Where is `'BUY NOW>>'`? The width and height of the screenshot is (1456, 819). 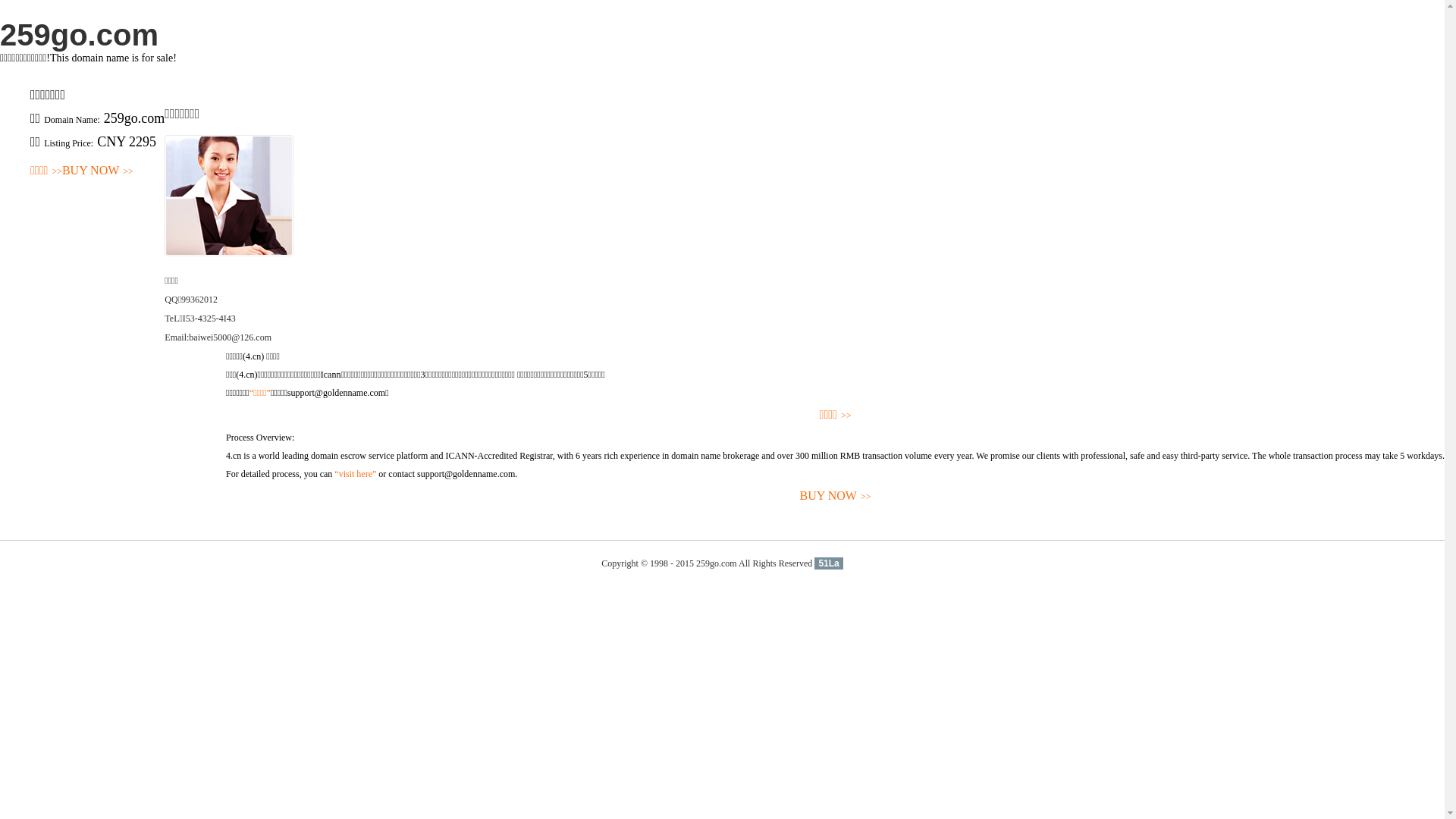
'BUY NOW>>' is located at coordinates (97, 171).